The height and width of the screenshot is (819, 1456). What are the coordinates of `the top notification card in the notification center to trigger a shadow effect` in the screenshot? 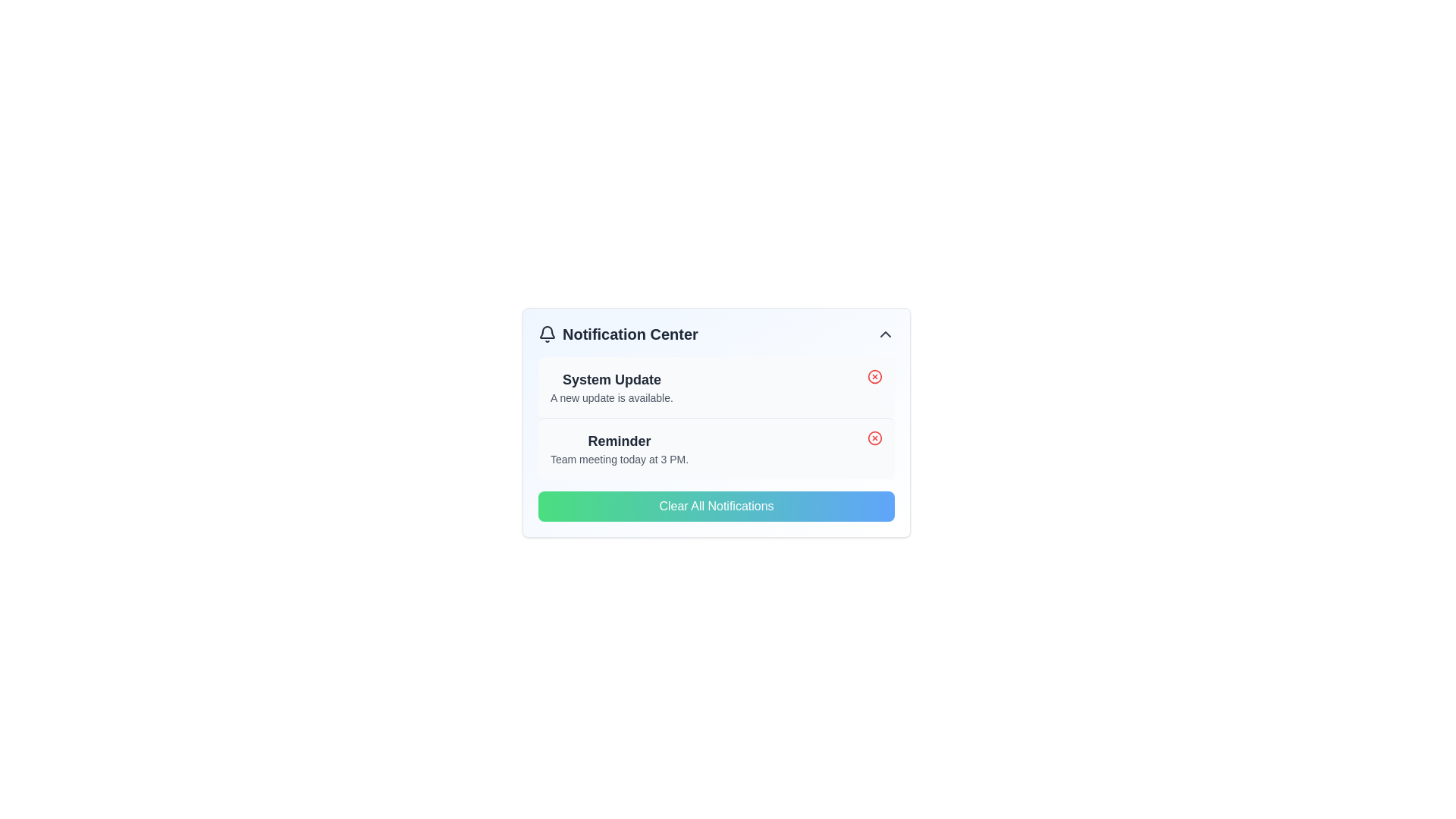 It's located at (716, 386).